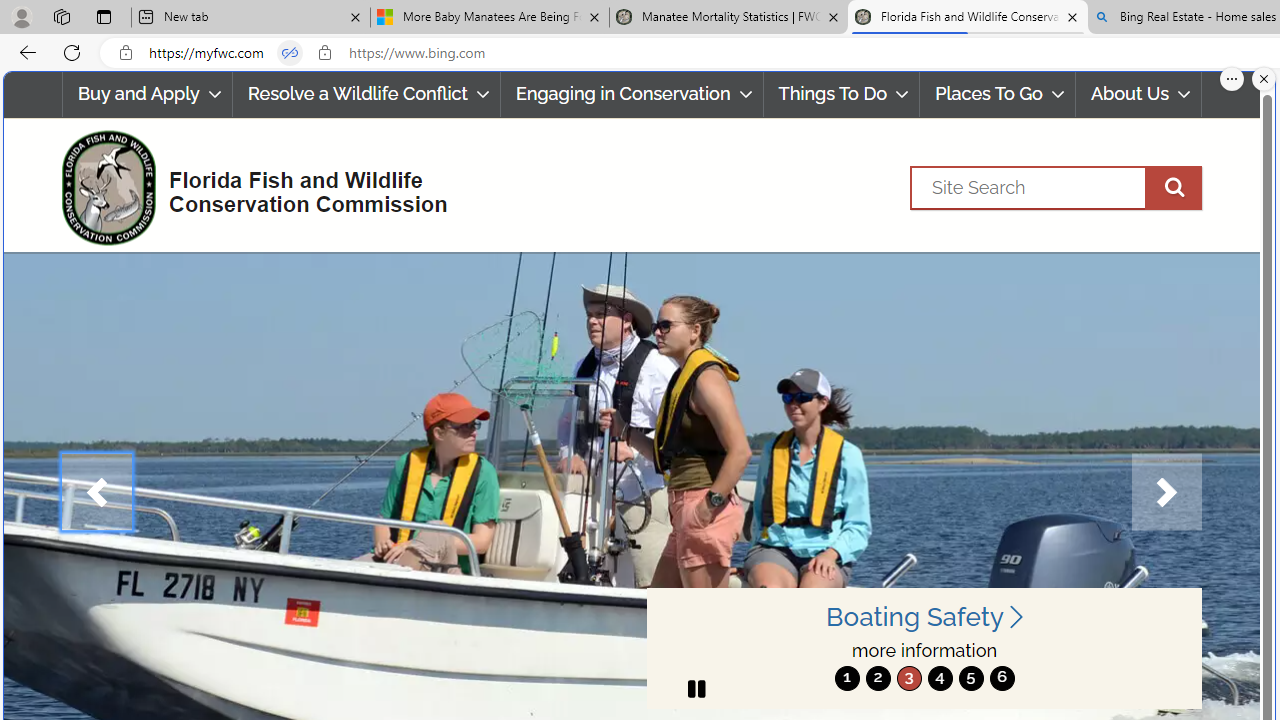 This screenshot has height=720, width=1280. I want to click on 'Refresh', so click(72, 51).